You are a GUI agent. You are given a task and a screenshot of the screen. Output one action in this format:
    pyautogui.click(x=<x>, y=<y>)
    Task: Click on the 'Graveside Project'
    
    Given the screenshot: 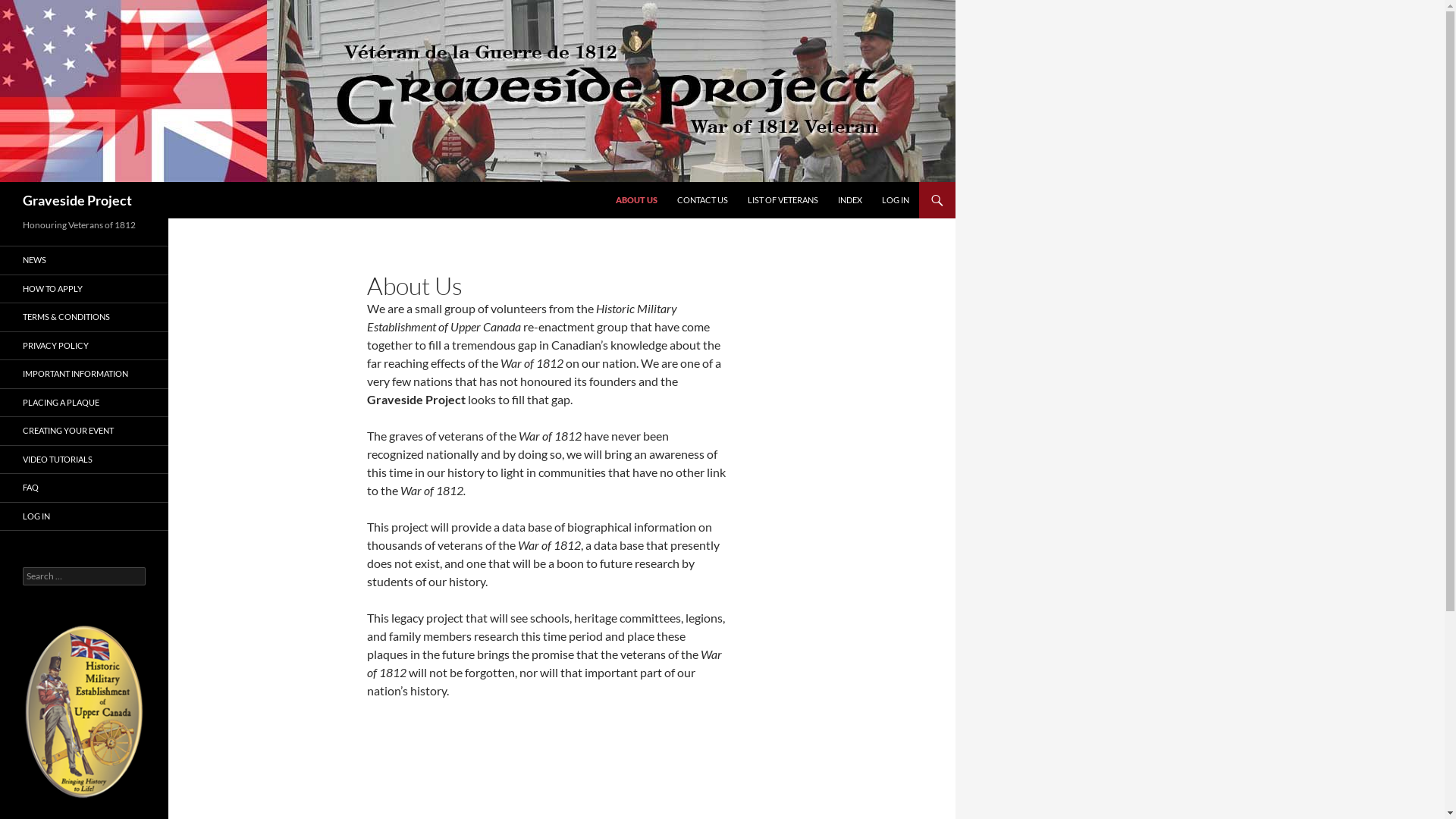 What is the action you would take?
    pyautogui.click(x=76, y=199)
    